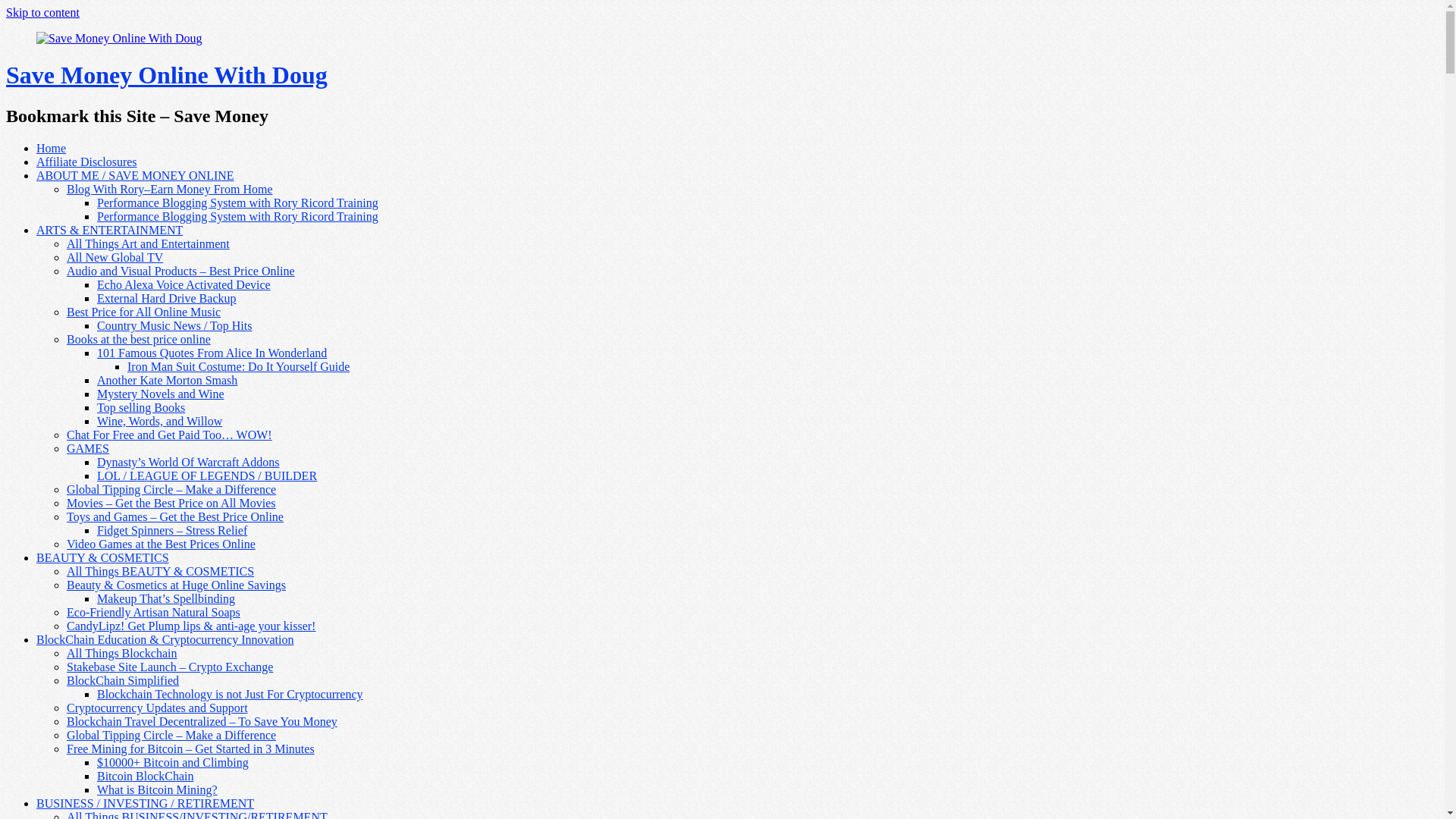  Describe the element at coordinates (183, 284) in the screenshot. I see `'Echo Alexa Voice Activated Device'` at that location.